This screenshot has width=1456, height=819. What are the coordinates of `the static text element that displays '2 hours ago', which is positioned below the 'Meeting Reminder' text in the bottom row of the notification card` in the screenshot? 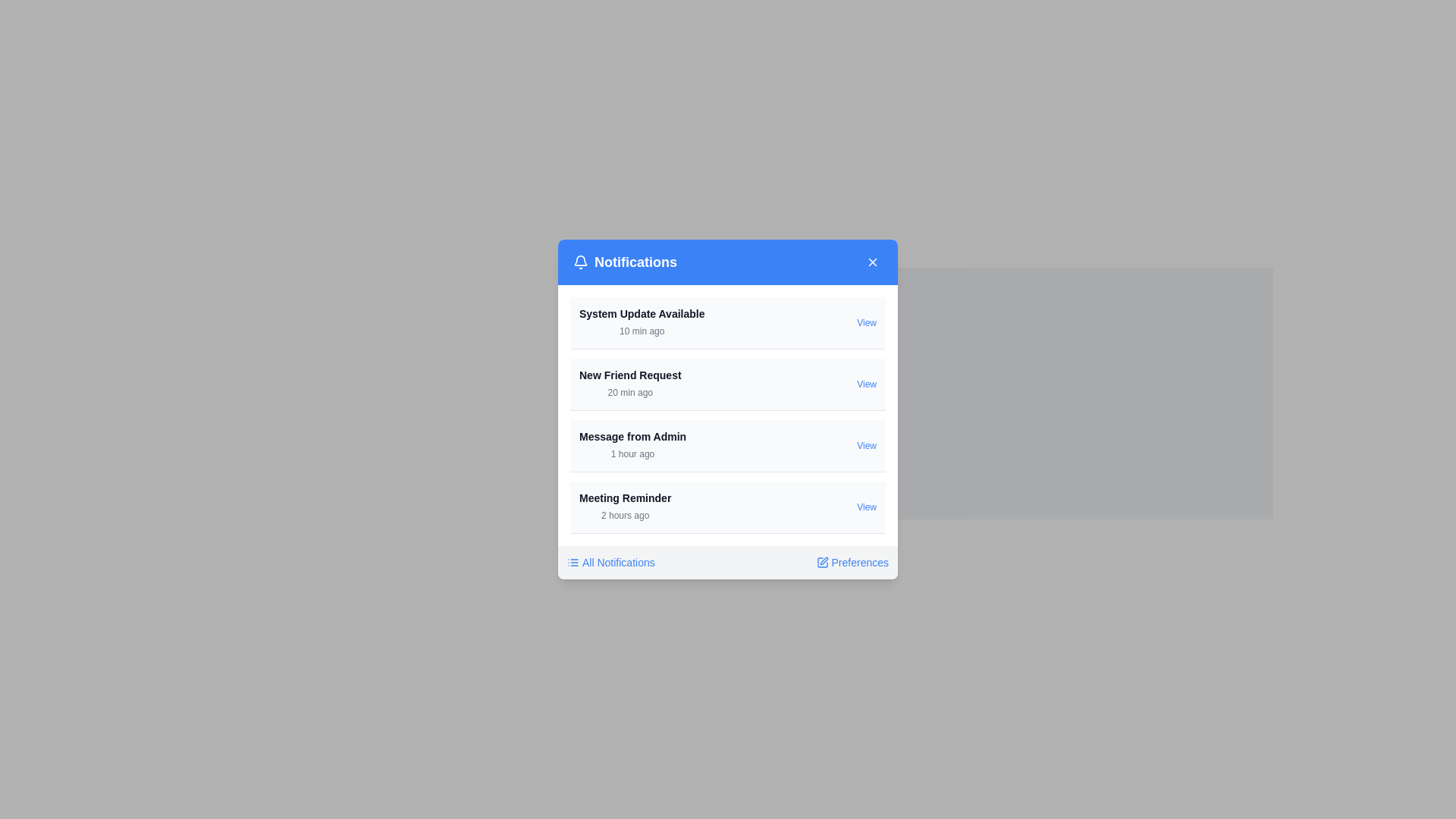 It's located at (625, 514).